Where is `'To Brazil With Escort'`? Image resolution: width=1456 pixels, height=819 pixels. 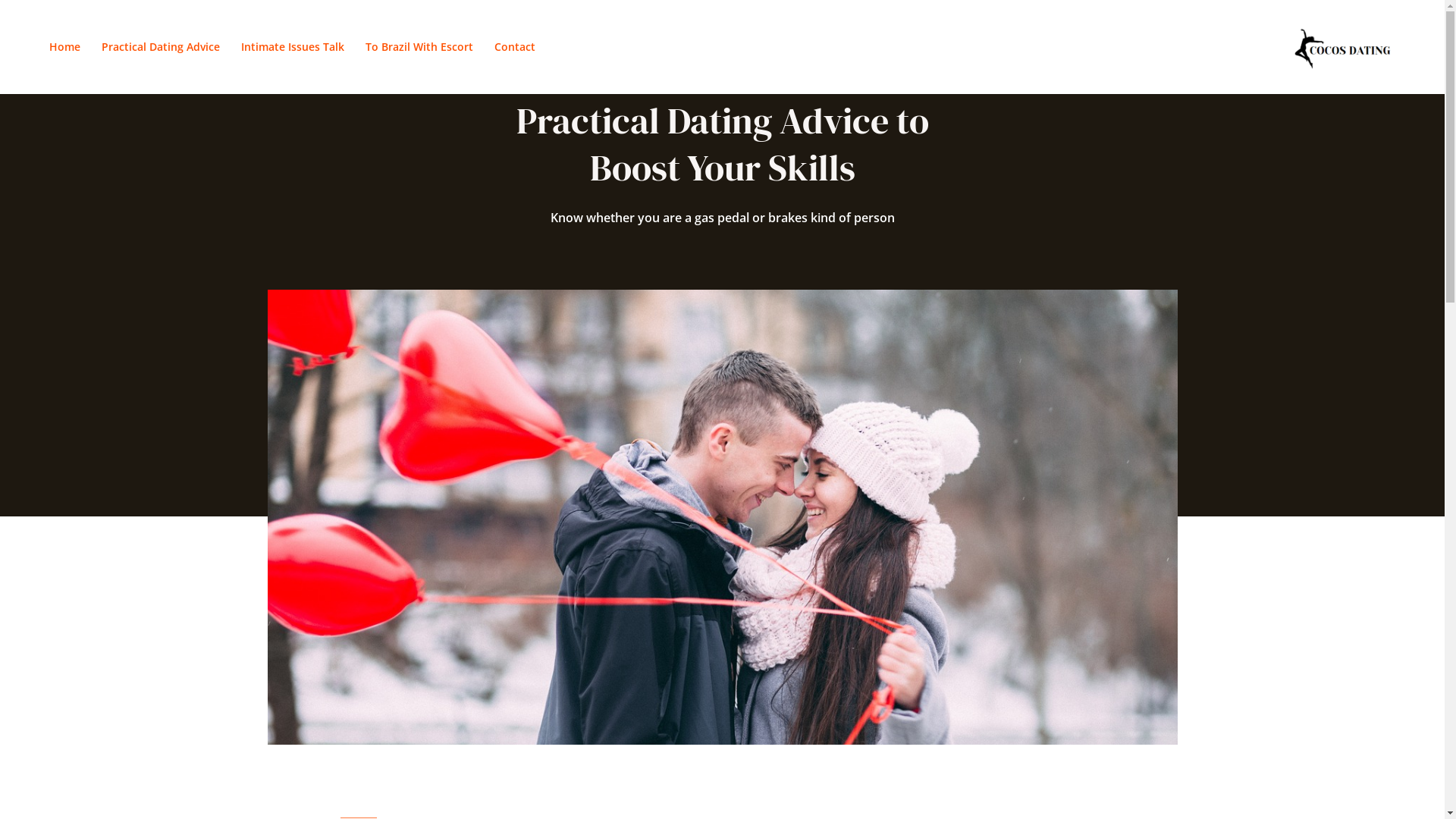 'To Brazil With Escort' is located at coordinates (419, 45).